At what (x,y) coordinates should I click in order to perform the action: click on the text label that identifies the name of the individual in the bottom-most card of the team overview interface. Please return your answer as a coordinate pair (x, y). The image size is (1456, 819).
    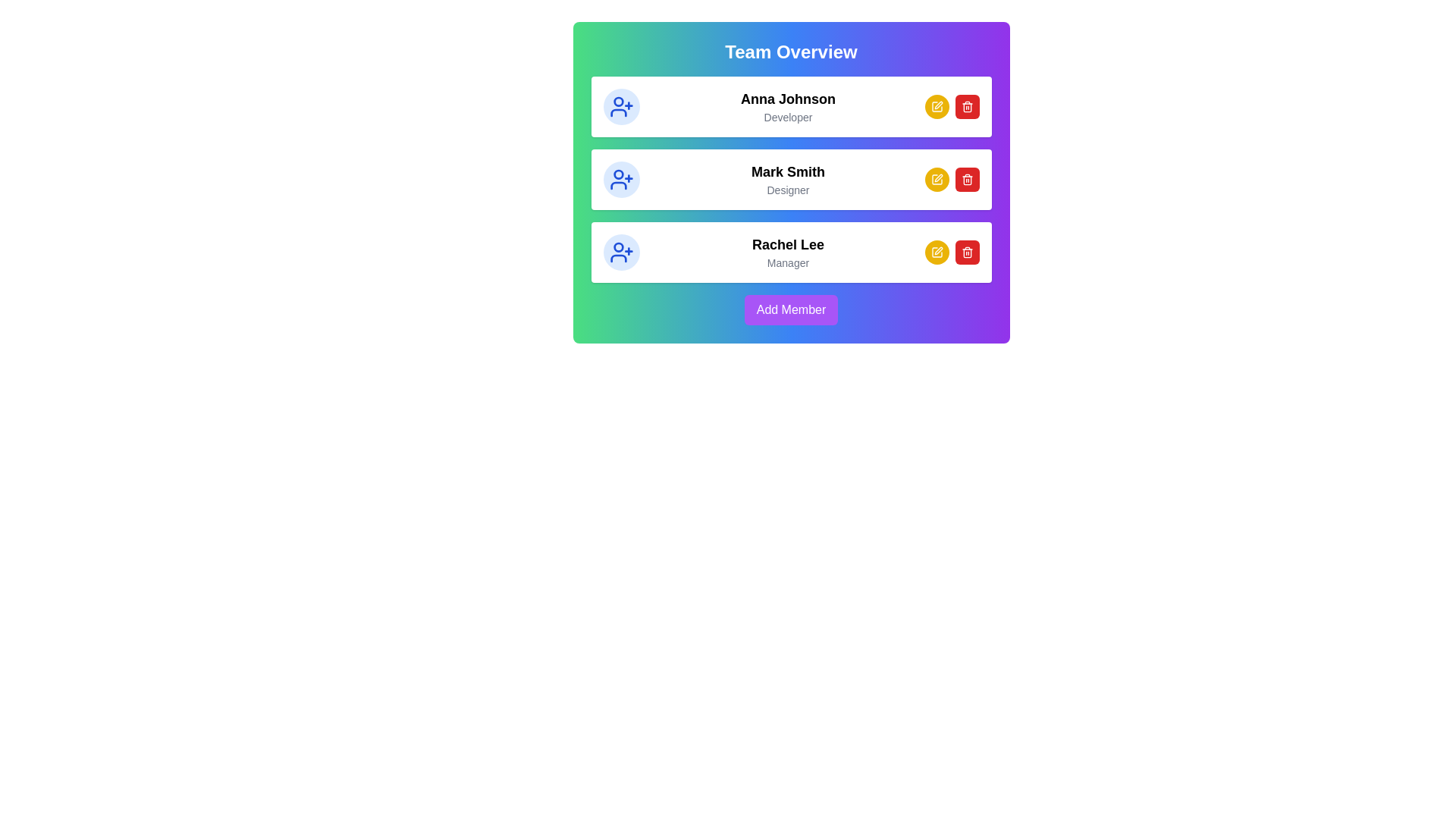
    Looking at the image, I should click on (788, 244).